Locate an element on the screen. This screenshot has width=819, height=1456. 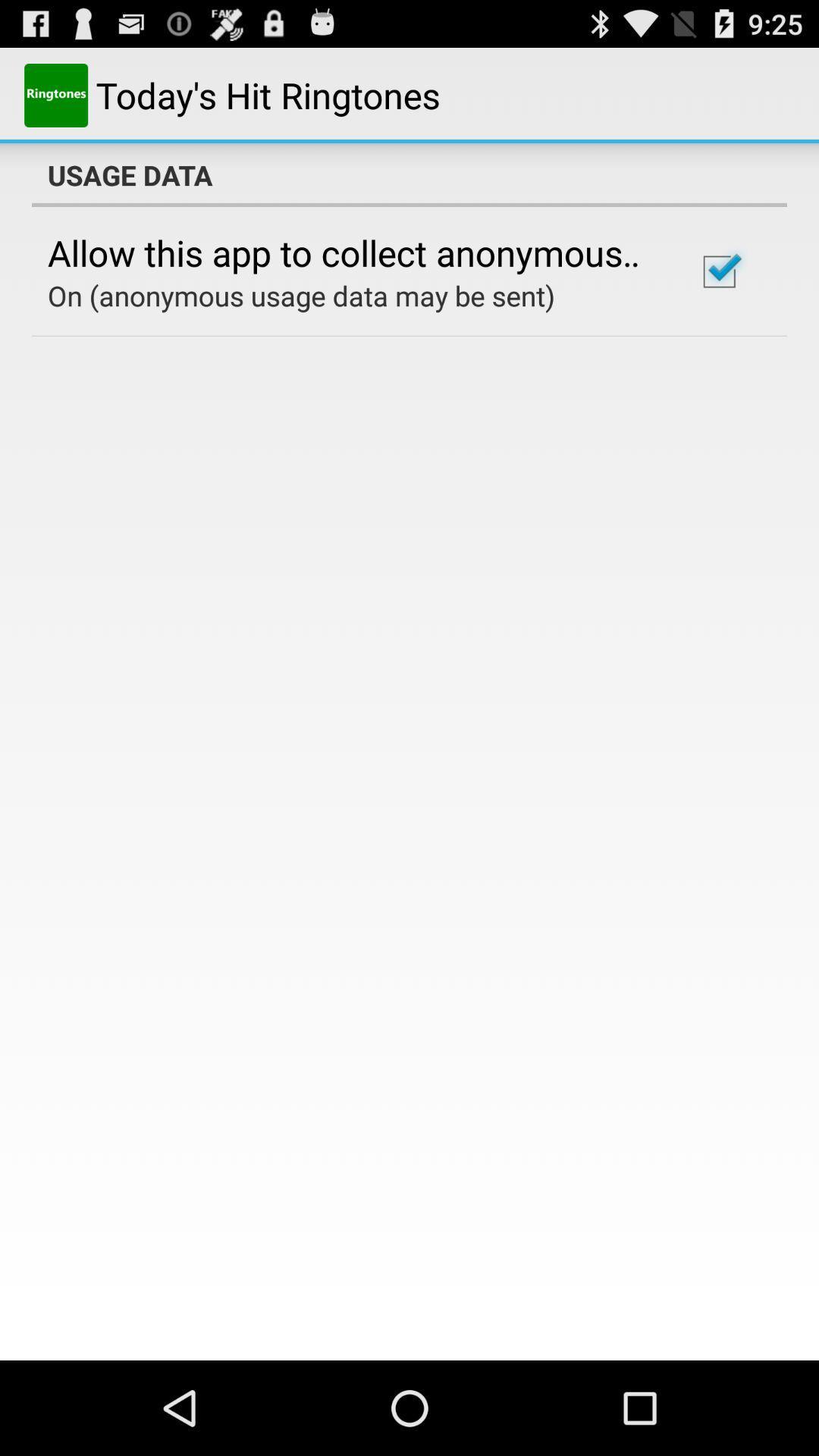
icon above on anonymous usage icon is located at coordinates (351, 253).